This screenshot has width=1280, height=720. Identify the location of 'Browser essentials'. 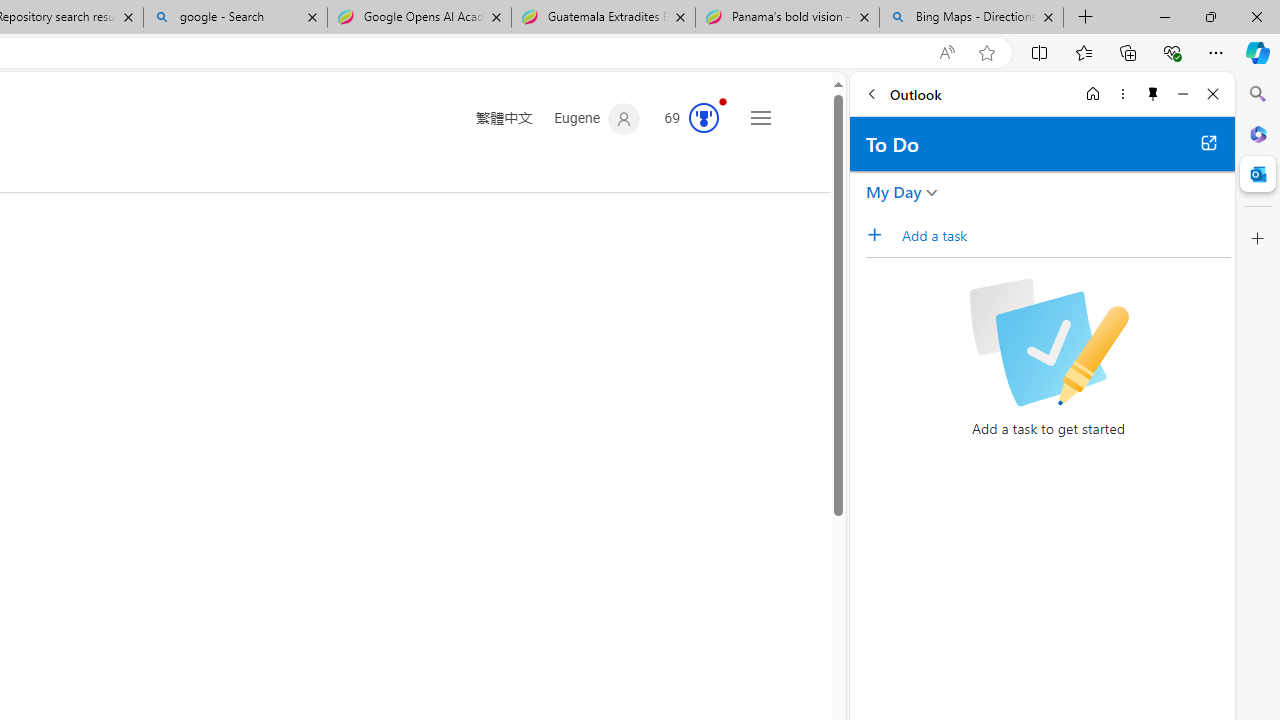
(1171, 51).